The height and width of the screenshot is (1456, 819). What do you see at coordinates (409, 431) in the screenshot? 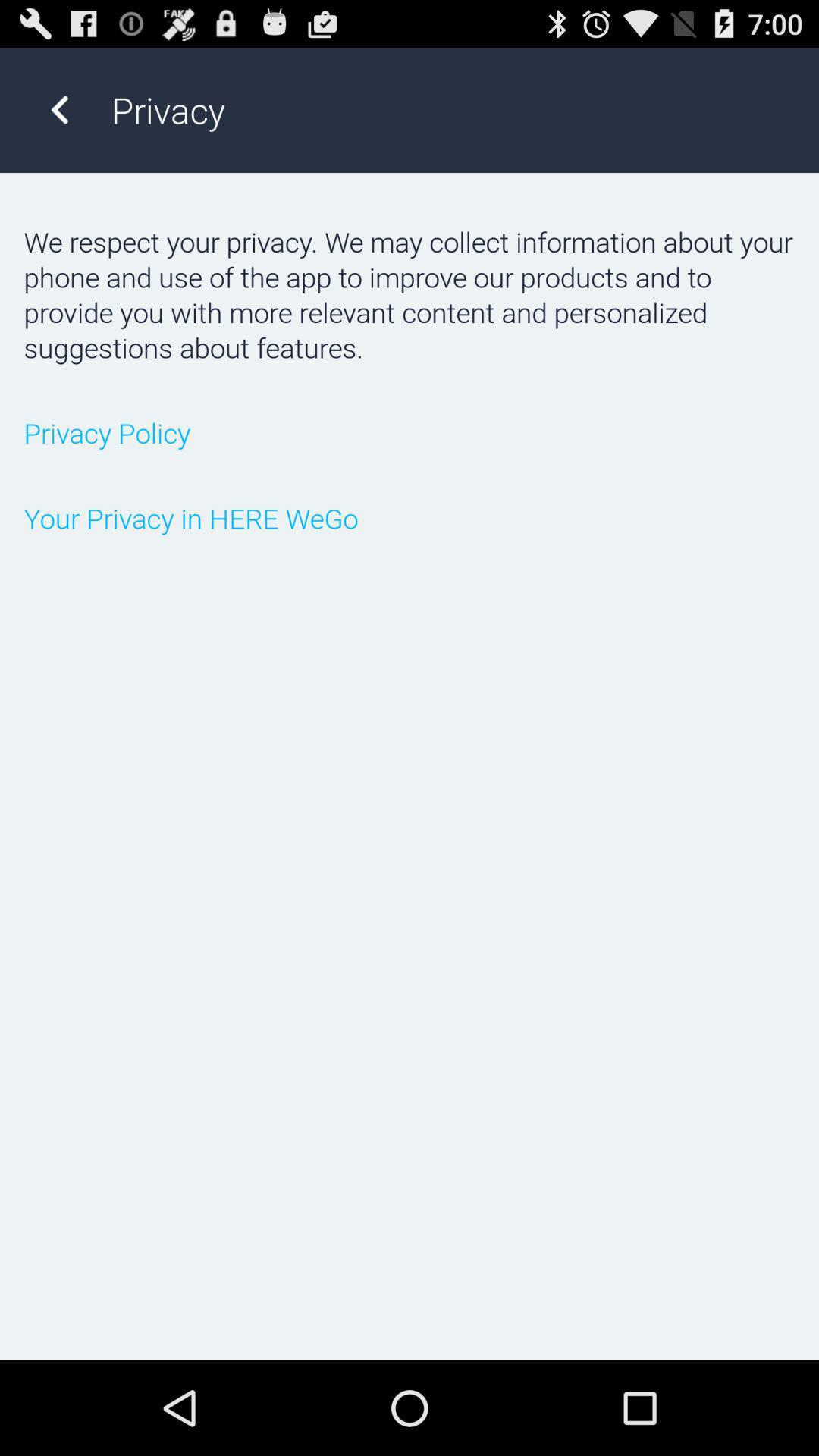
I see `privacy policy icon` at bounding box center [409, 431].